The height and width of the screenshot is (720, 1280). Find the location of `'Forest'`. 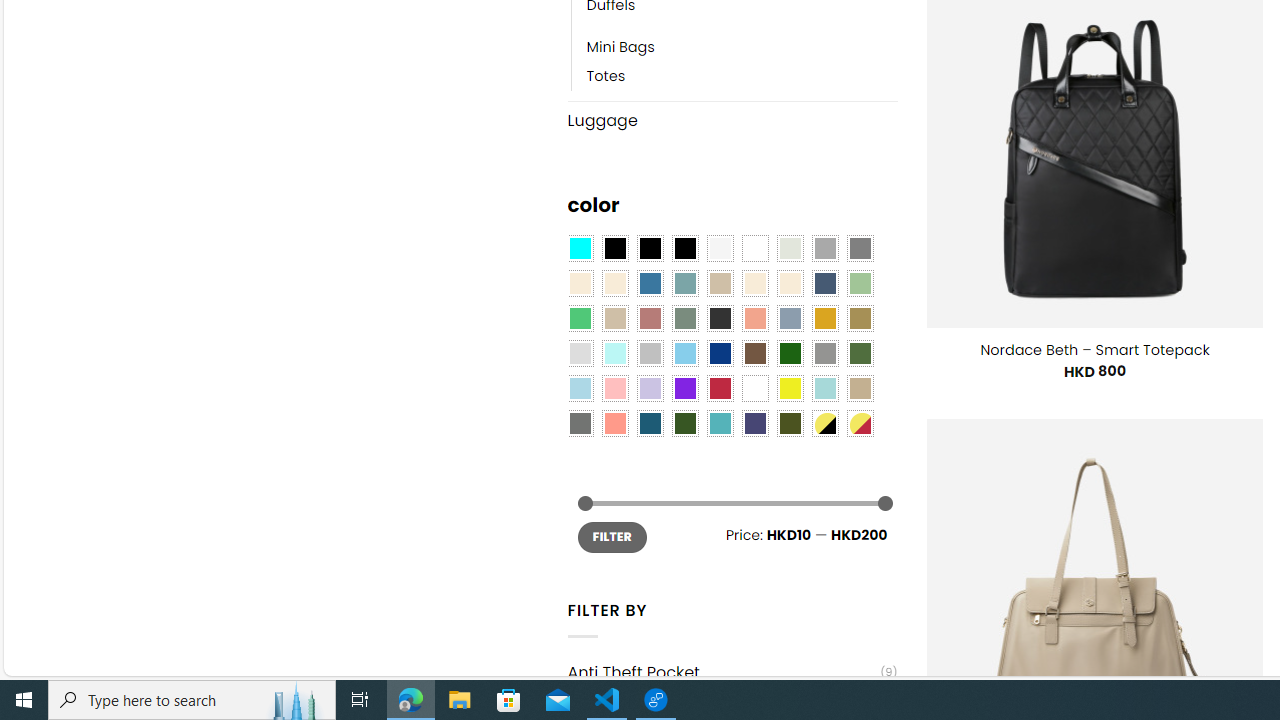

'Forest' is located at coordinates (684, 423).